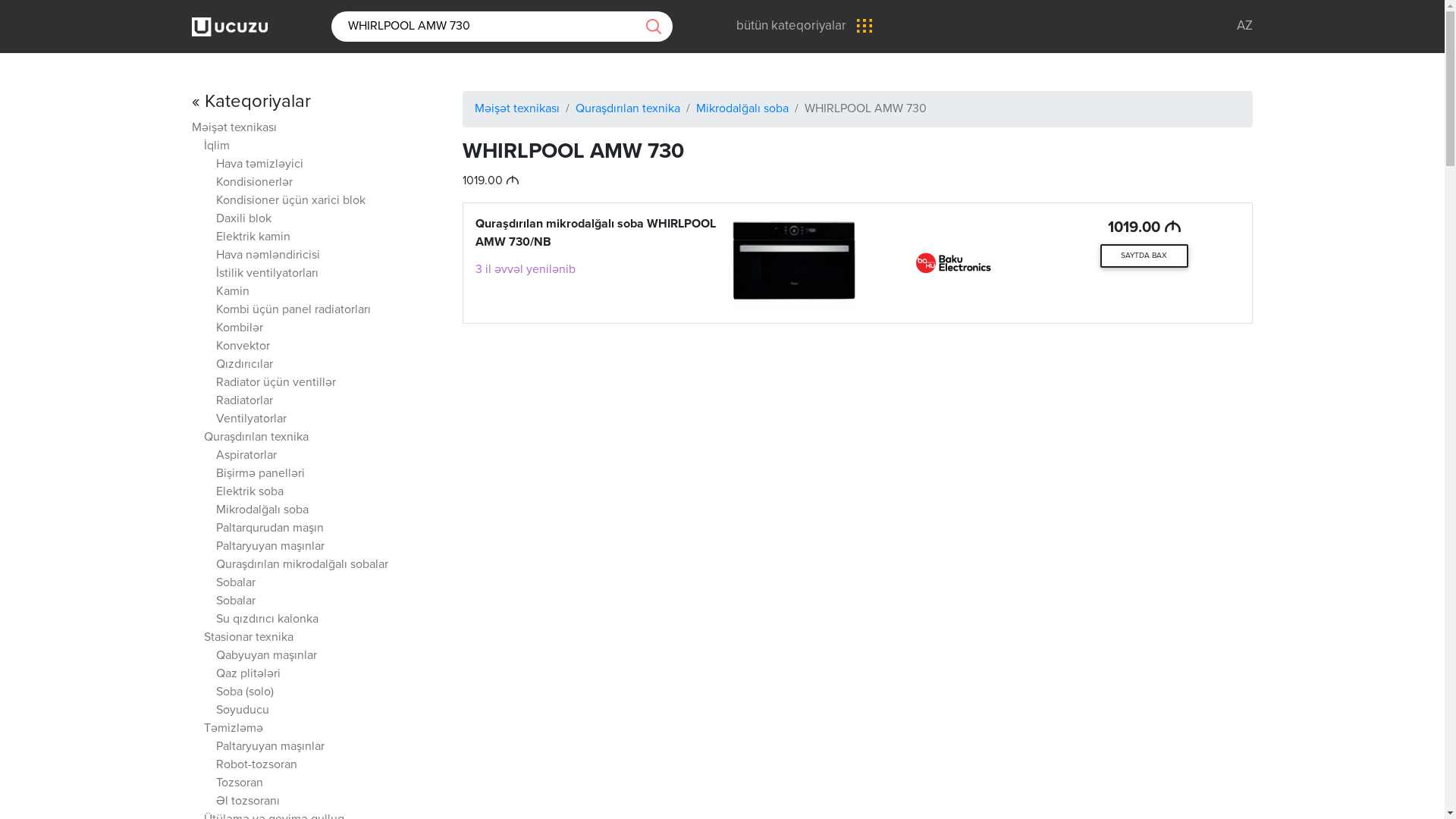  Describe the element at coordinates (253, 237) in the screenshot. I see `'Elektrik kamin'` at that location.